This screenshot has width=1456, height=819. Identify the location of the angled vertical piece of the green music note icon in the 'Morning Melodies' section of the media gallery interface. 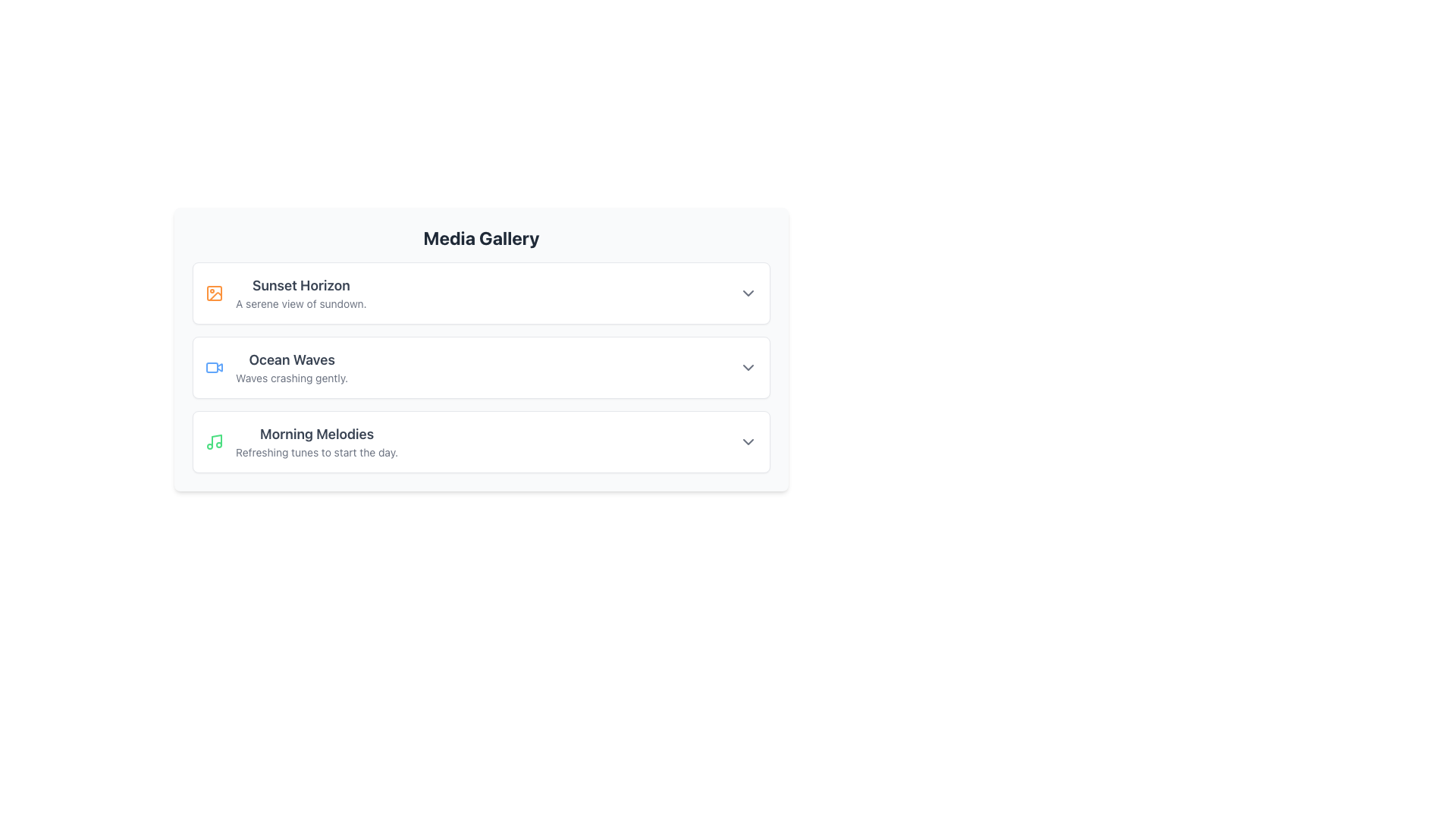
(216, 441).